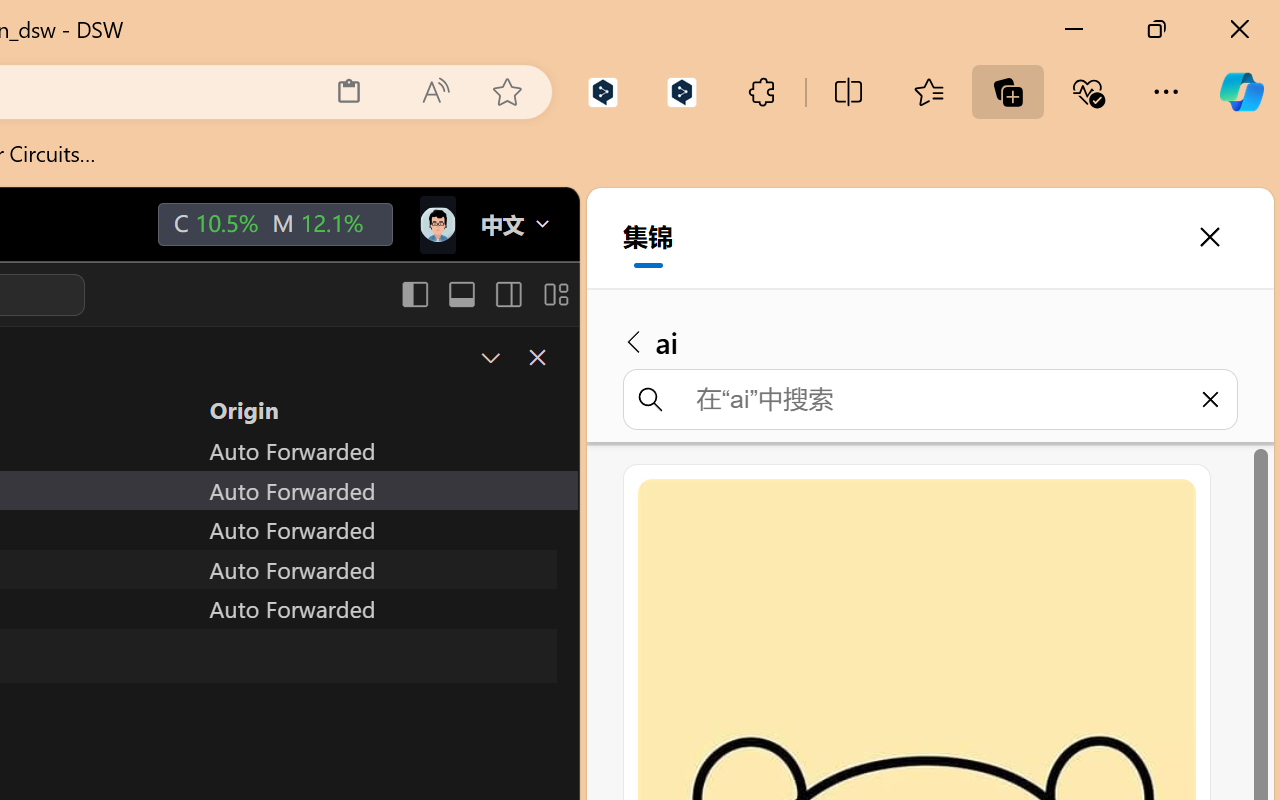 This screenshot has height=800, width=1280. Describe the element at coordinates (460, 294) in the screenshot. I see `'Toggle Panel (Ctrl+J)'` at that location.